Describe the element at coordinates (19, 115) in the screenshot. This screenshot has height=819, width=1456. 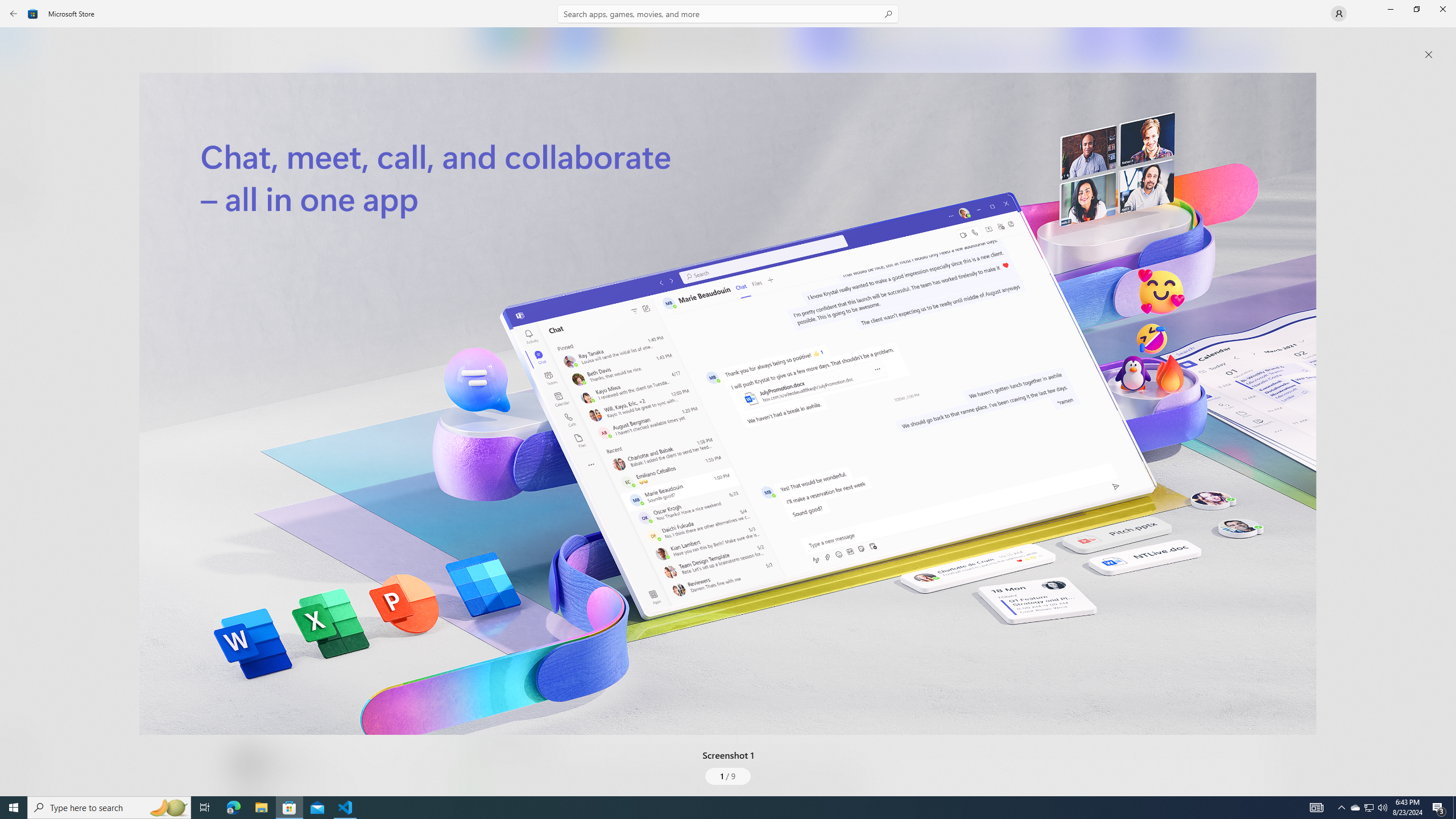
I see `'Gaming'` at that location.